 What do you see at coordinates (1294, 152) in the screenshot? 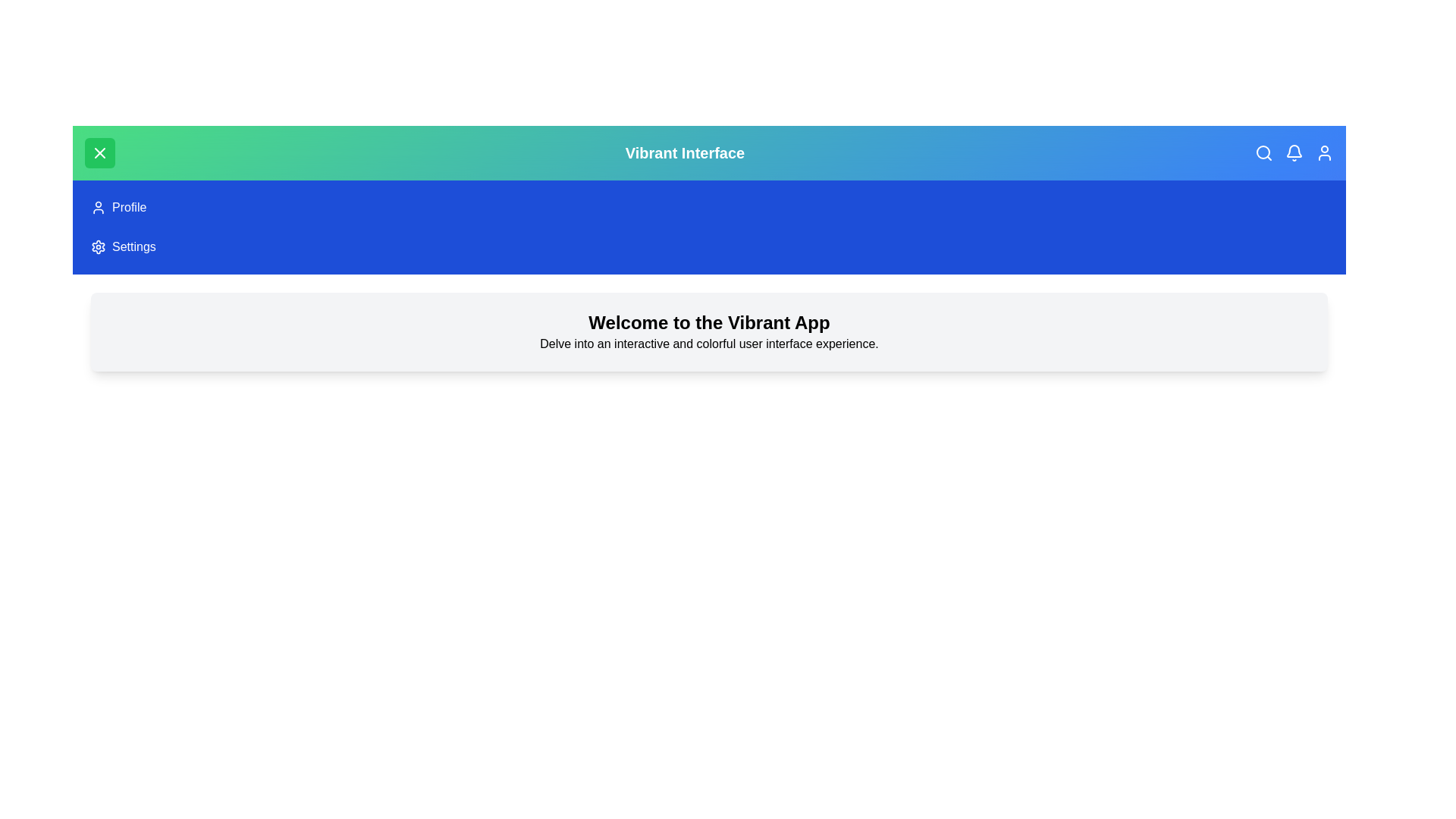
I see `the notification icon (bell icon) to interact with it` at bounding box center [1294, 152].